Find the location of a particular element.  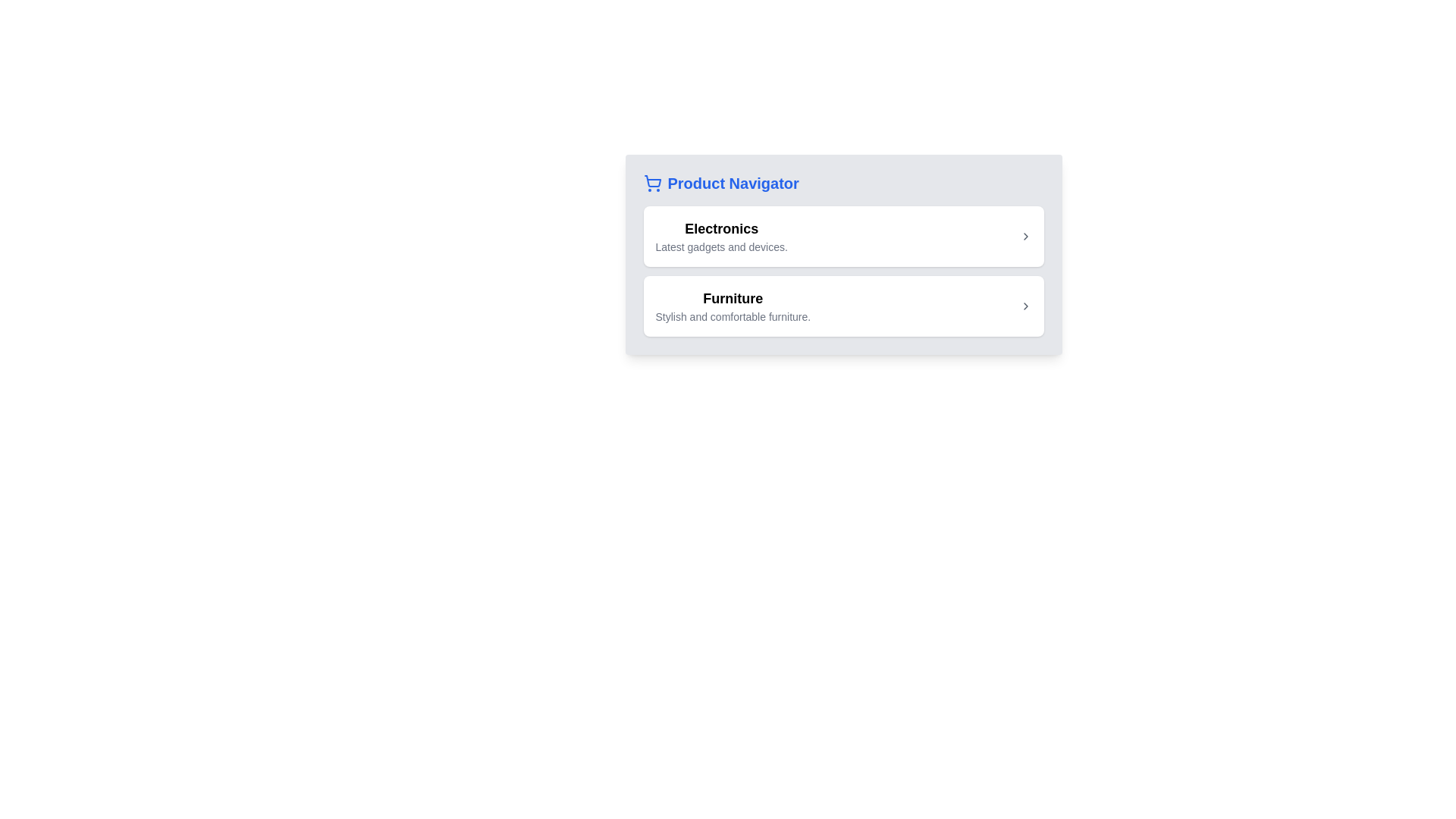

the rightward-pointing gray chevron icon located next is located at coordinates (1025, 237).